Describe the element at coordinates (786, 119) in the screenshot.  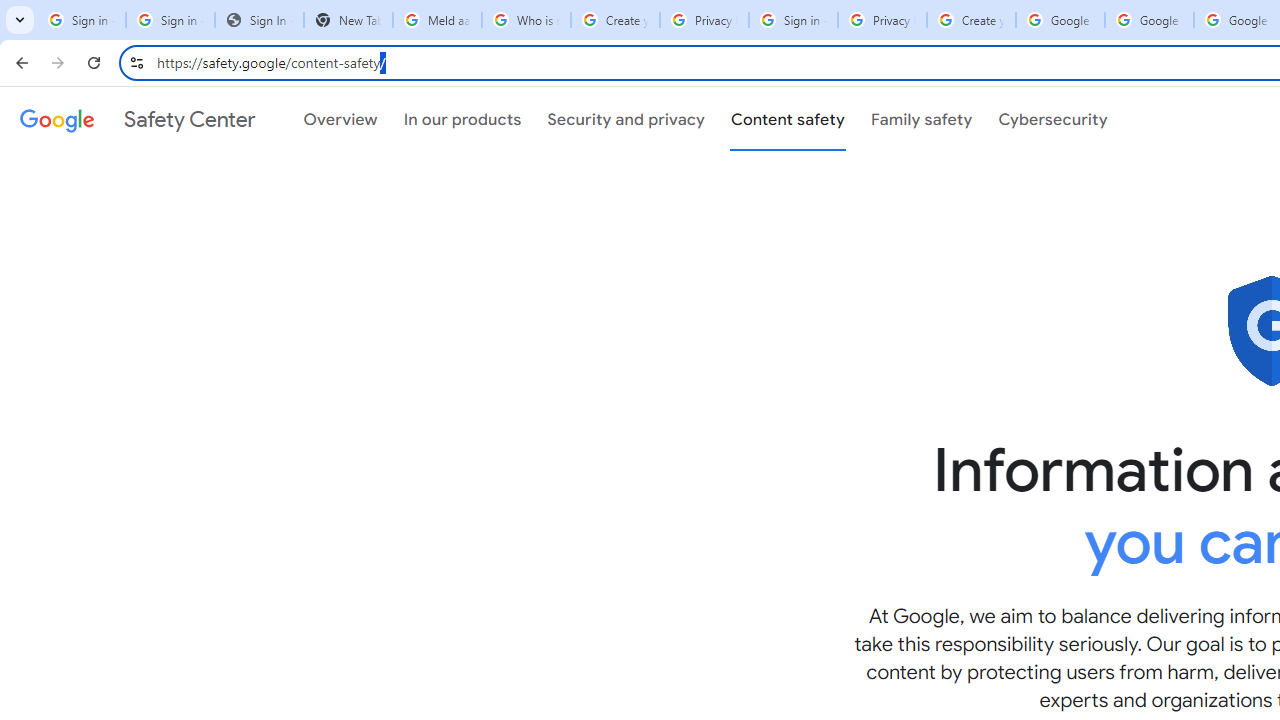
I see `'Content safety'` at that location.